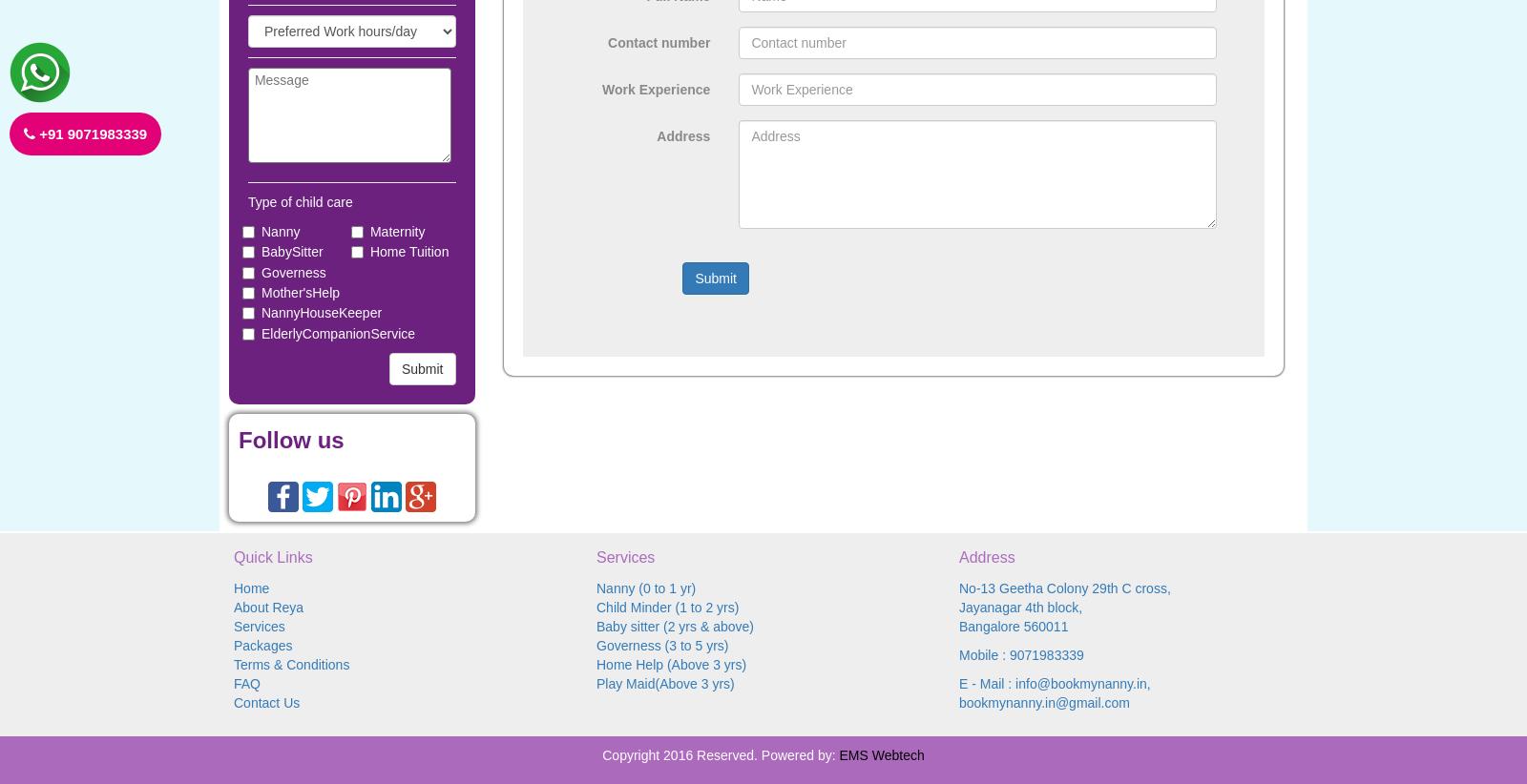  Describe the element at coordinates (396, 231) in the screenshot. I see `'Maternity'` at that location.